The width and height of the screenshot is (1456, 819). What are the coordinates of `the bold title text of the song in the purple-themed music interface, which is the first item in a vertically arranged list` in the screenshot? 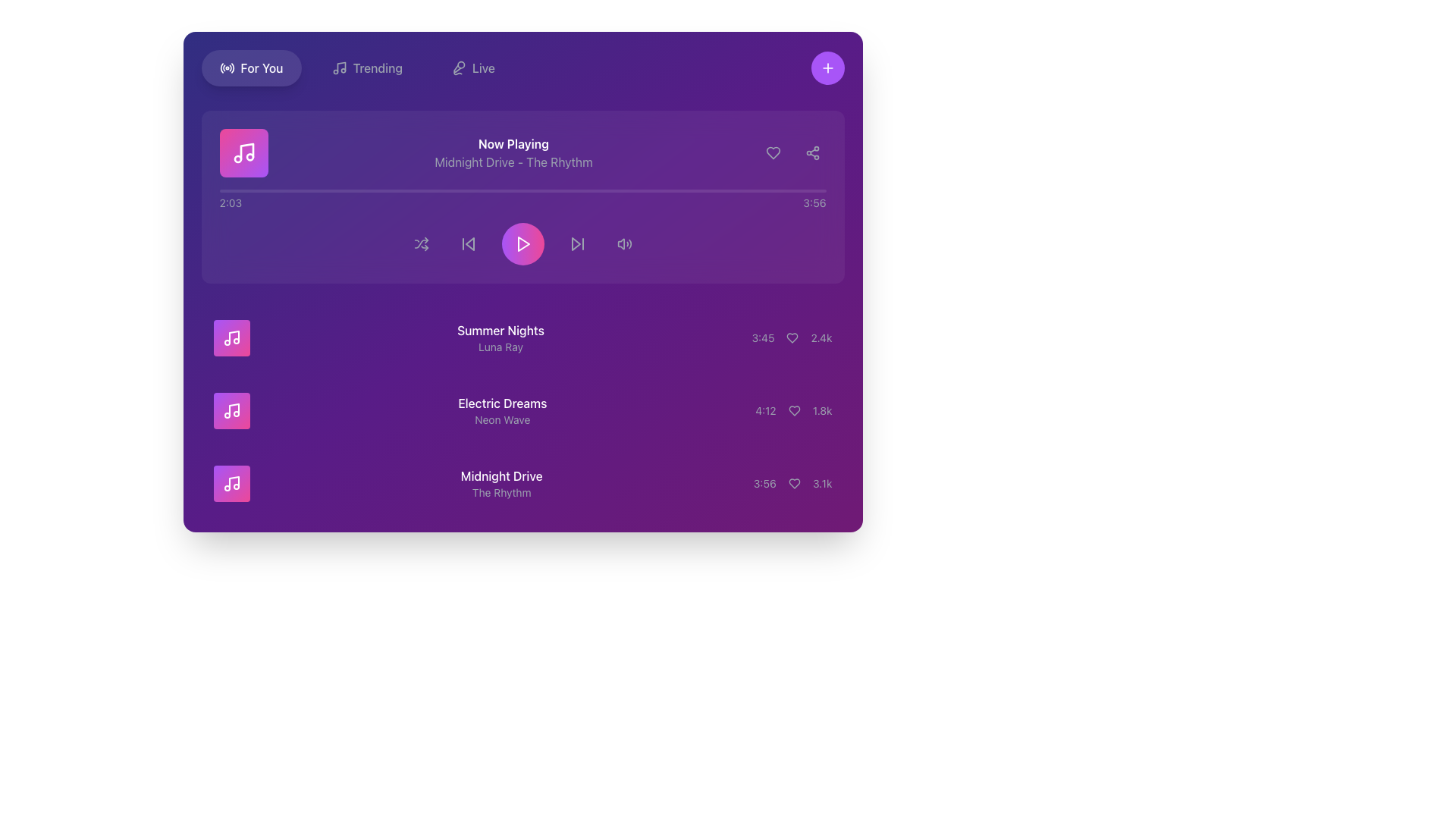 It's located at (500, 329).